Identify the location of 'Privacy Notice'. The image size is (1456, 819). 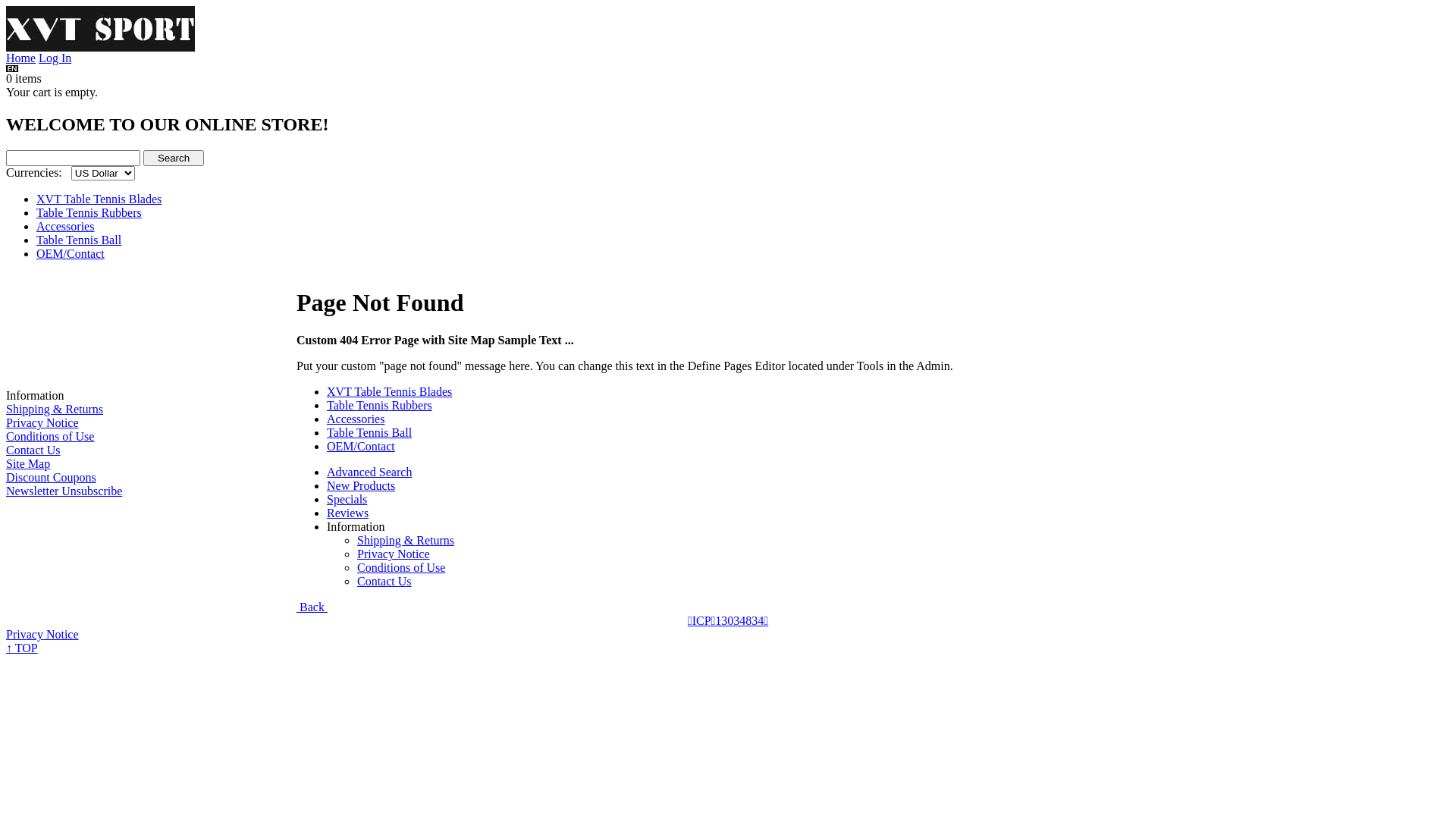
(42, 634).